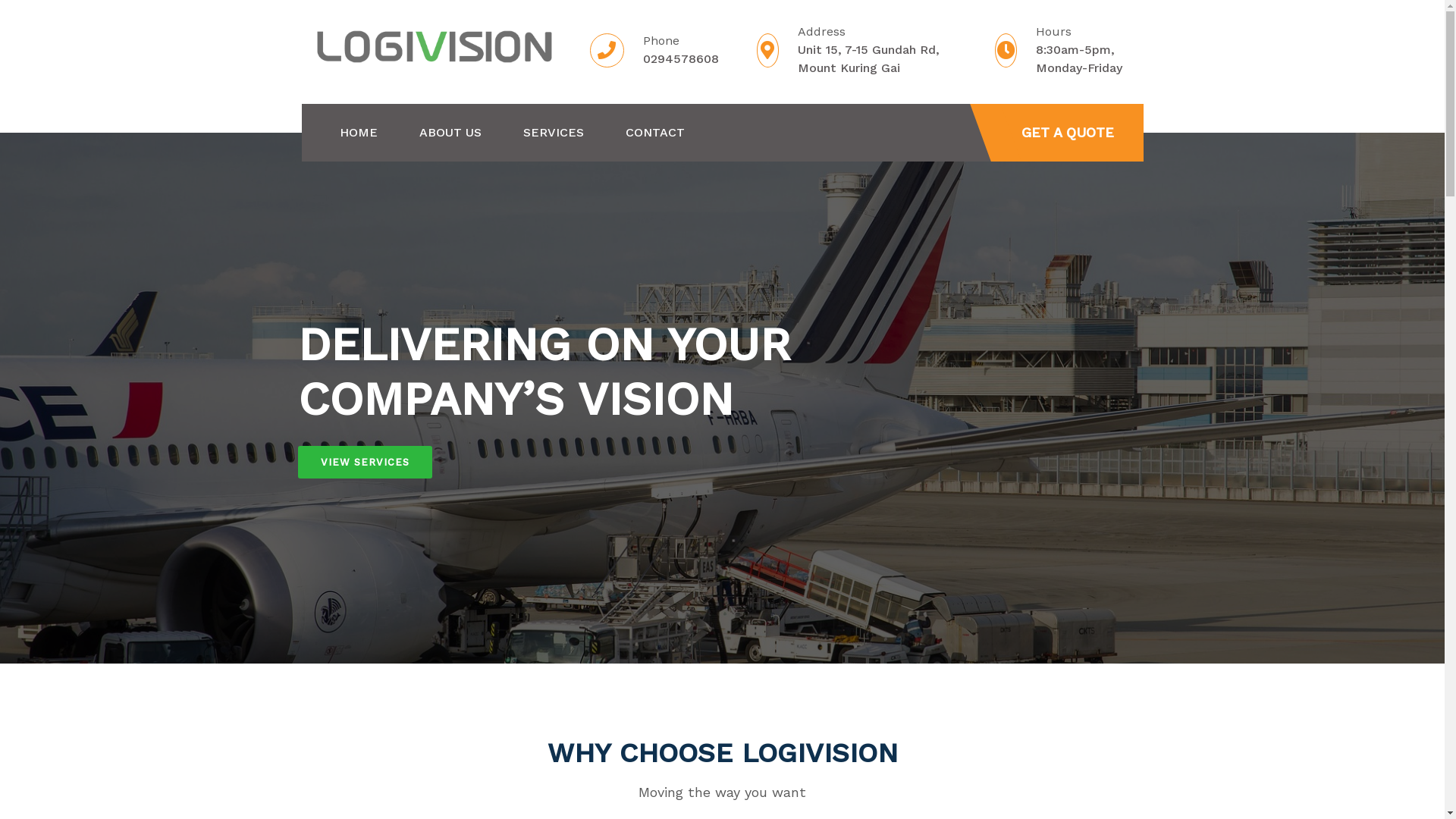 The image size is (1456, 819). What do you see at coordinates (625, 131) in the screenshot?
I see `'CONTACT'` at bounding box center [625, 131].